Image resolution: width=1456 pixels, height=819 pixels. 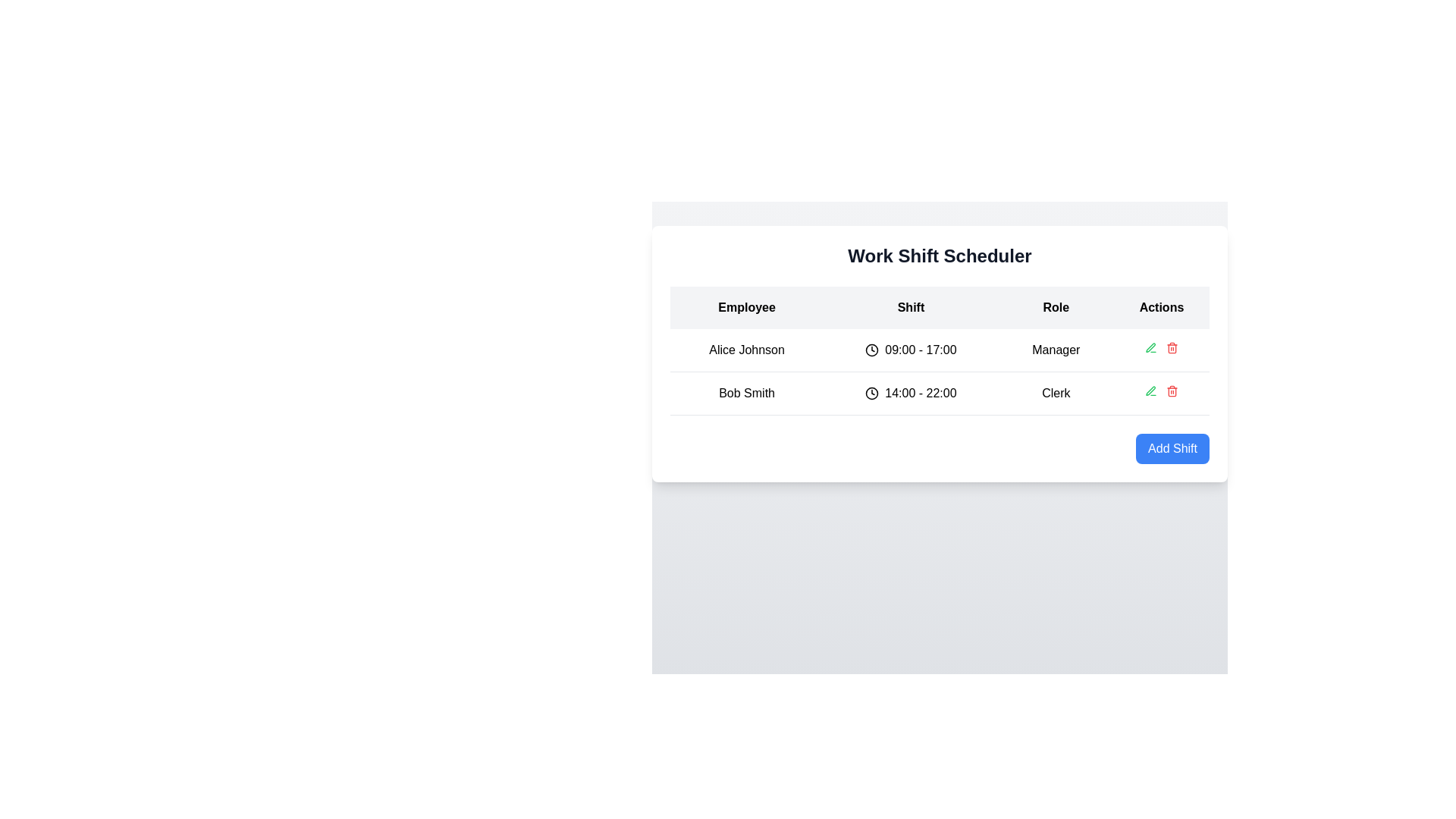 What do you see at coordinates (1055, 307) in the screenshot?
I see `the non-interactive header text label for the third column in the 'Work Shift Scheduler' panel, located between the 'Shift' and 'Actions' column headers` at bounding box center [1055, 307].